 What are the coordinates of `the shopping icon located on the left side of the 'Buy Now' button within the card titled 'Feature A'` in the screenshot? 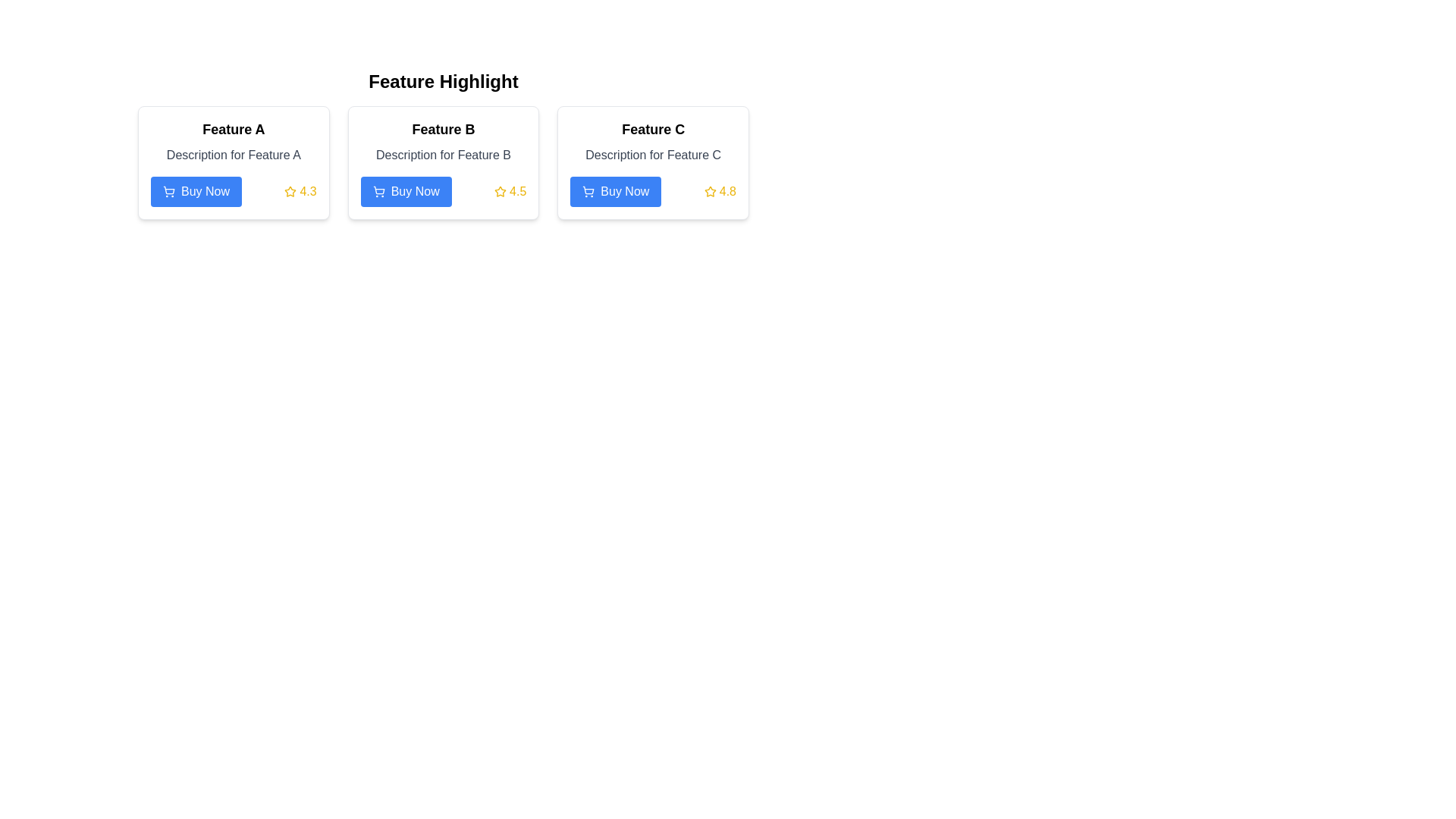 It's located at (168, 191).